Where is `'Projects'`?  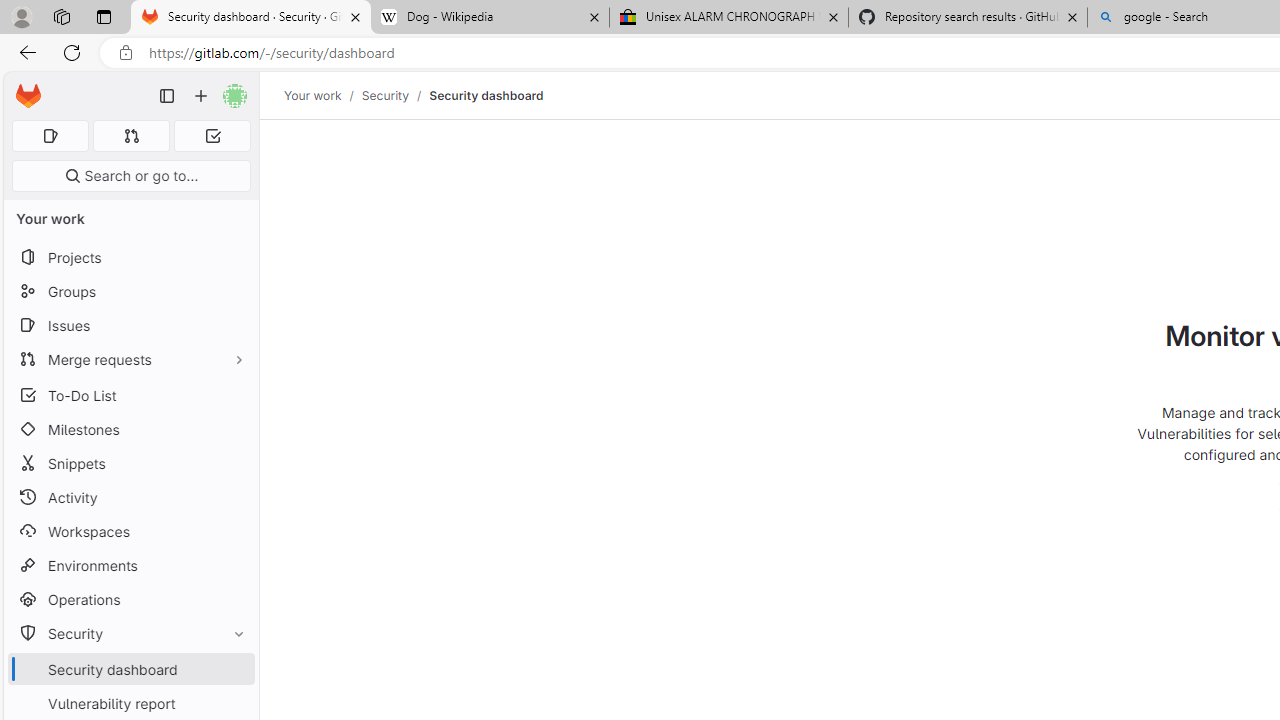 'Projects' is located at coordinates (130, 256).